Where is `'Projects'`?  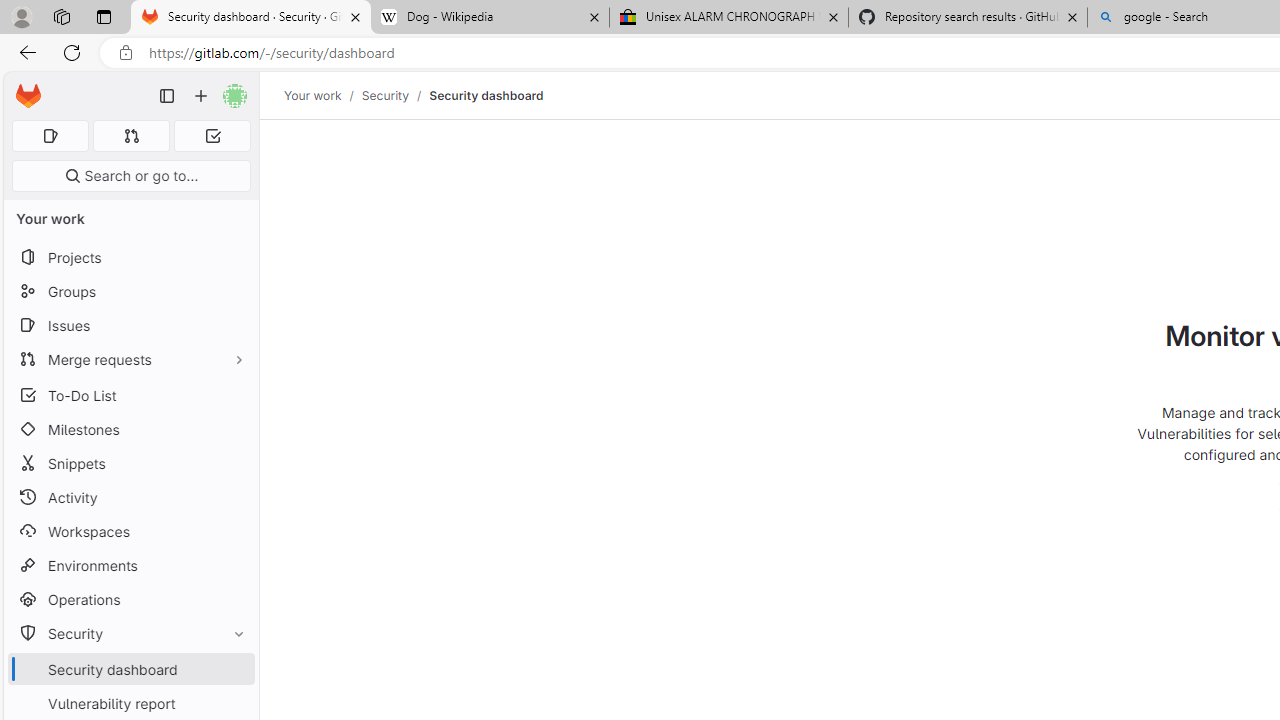 'Projects' is located at coordinates (130, 256).